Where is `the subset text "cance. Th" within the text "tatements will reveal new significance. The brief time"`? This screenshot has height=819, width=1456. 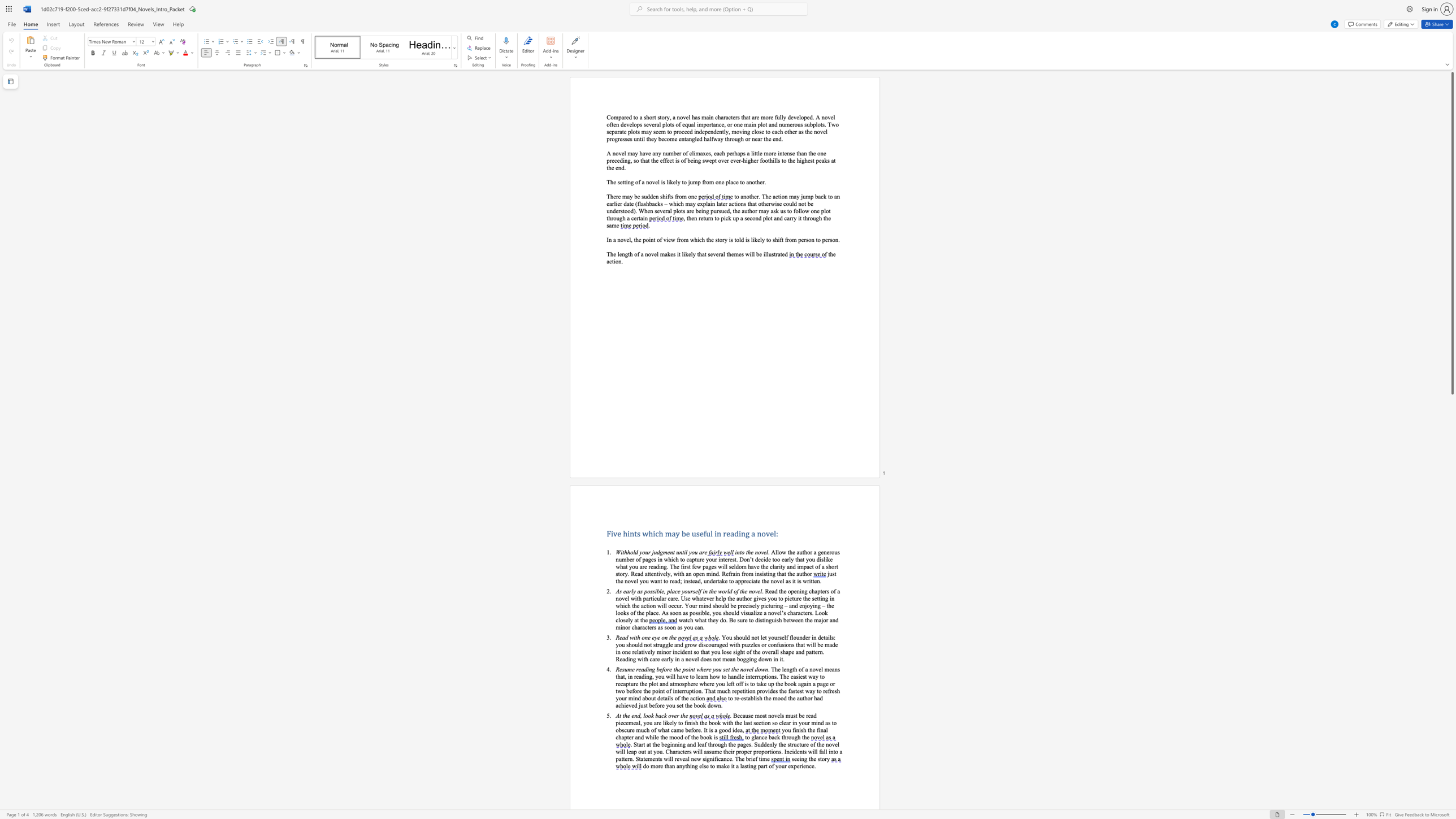
the subset text "cance. Th" within the text "tatements will reveal new significance. The brief time" is located at coordinates (717, 759).